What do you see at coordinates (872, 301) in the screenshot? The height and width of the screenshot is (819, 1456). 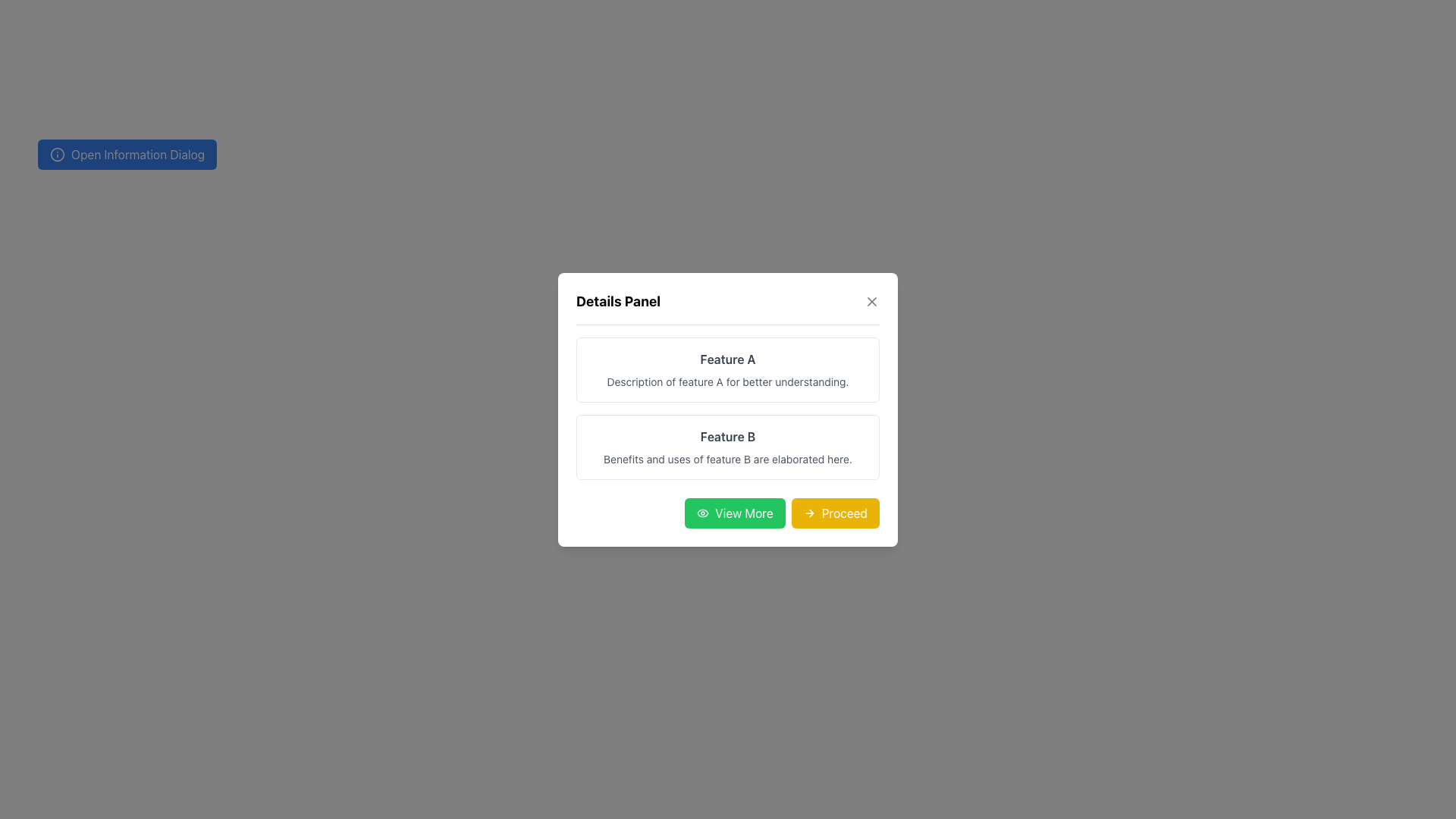 I see `the close button located at the top-right corner of the 'Details Panel' modal to change its color` at bounding box center [872, 301].